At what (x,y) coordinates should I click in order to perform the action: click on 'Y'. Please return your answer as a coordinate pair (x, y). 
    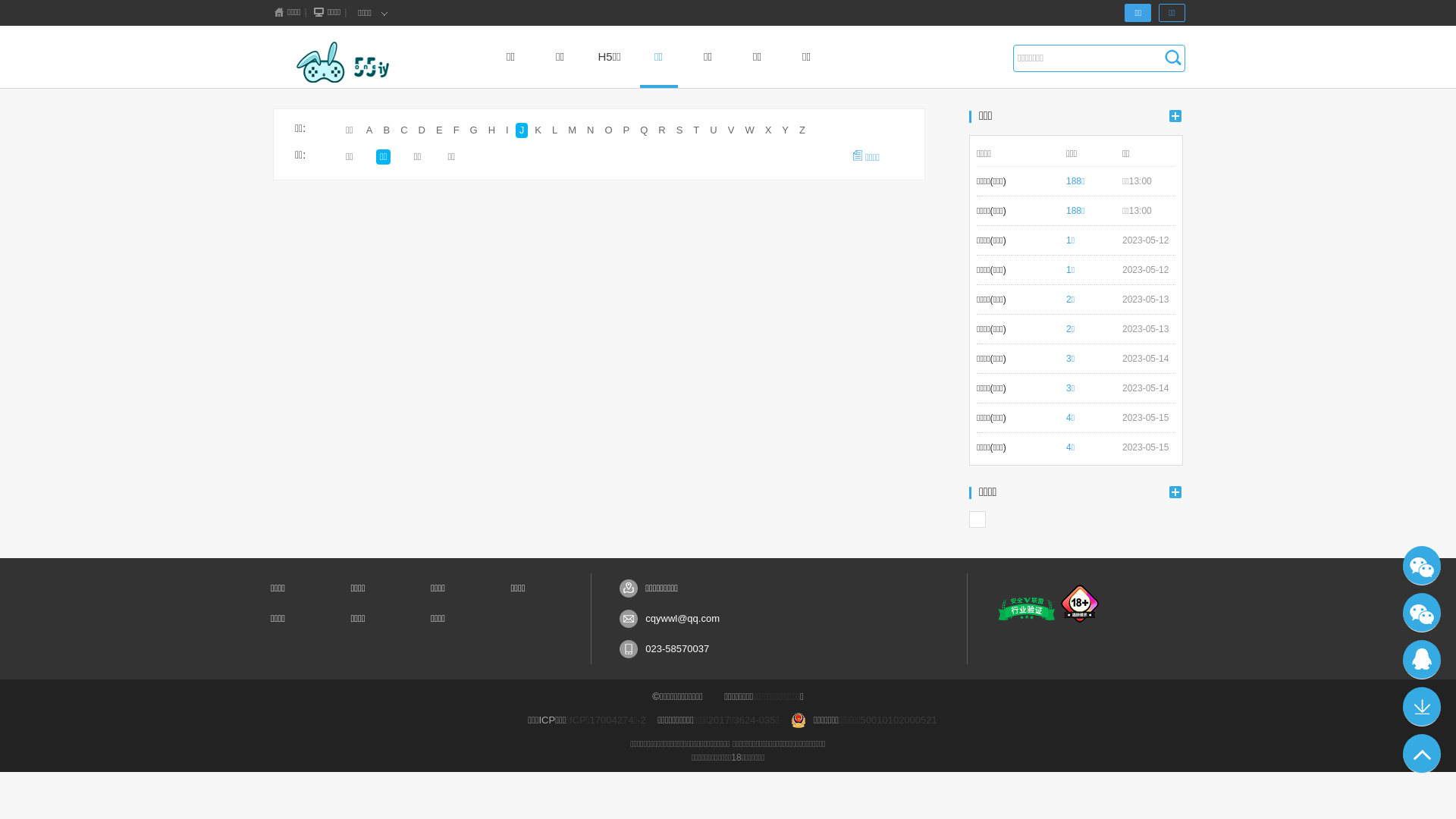
    Looking at the image, I should click on (785, 130).